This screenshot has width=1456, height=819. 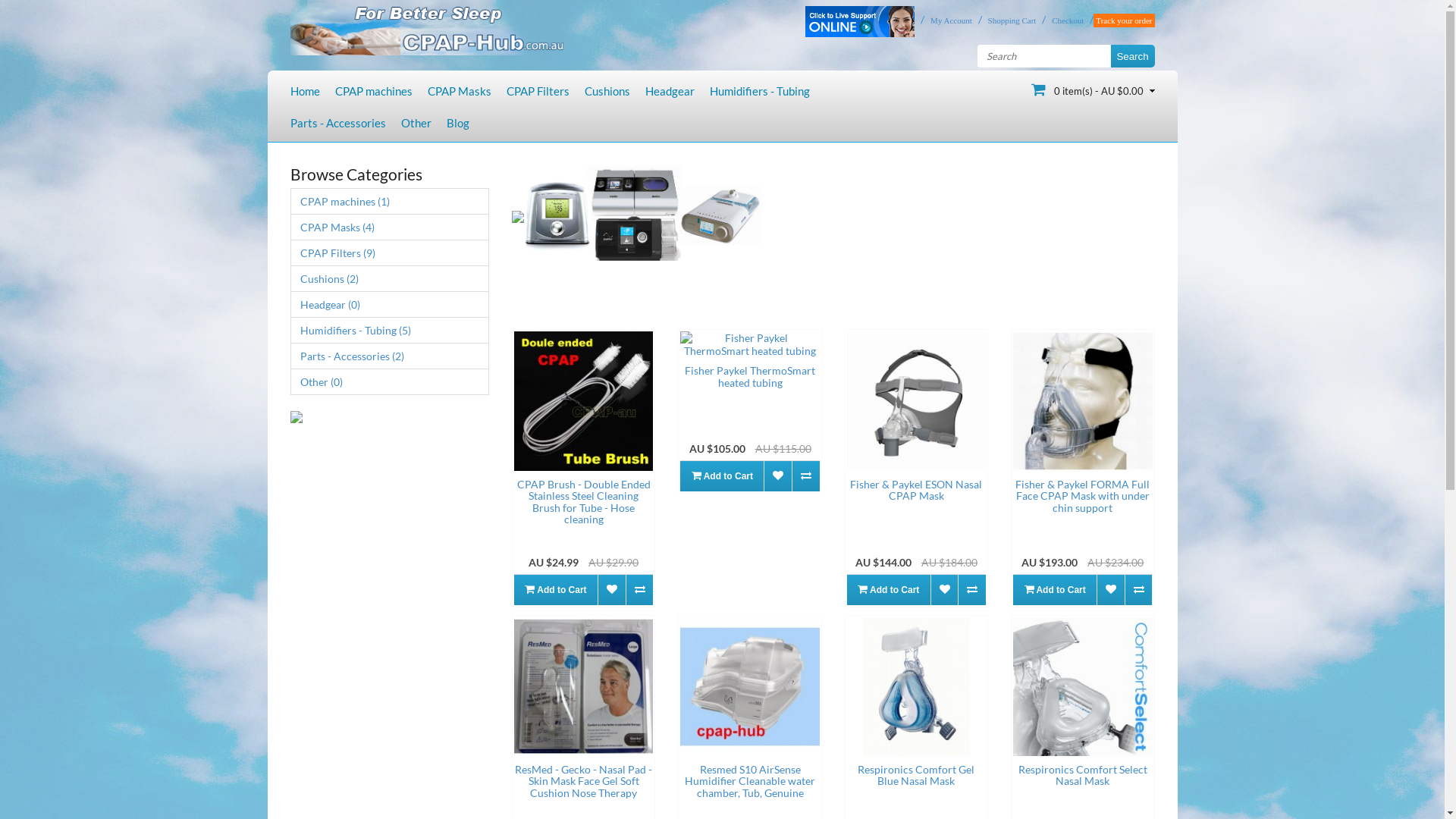 I want to click on 'Checkout', so click(x=1044, y=20).